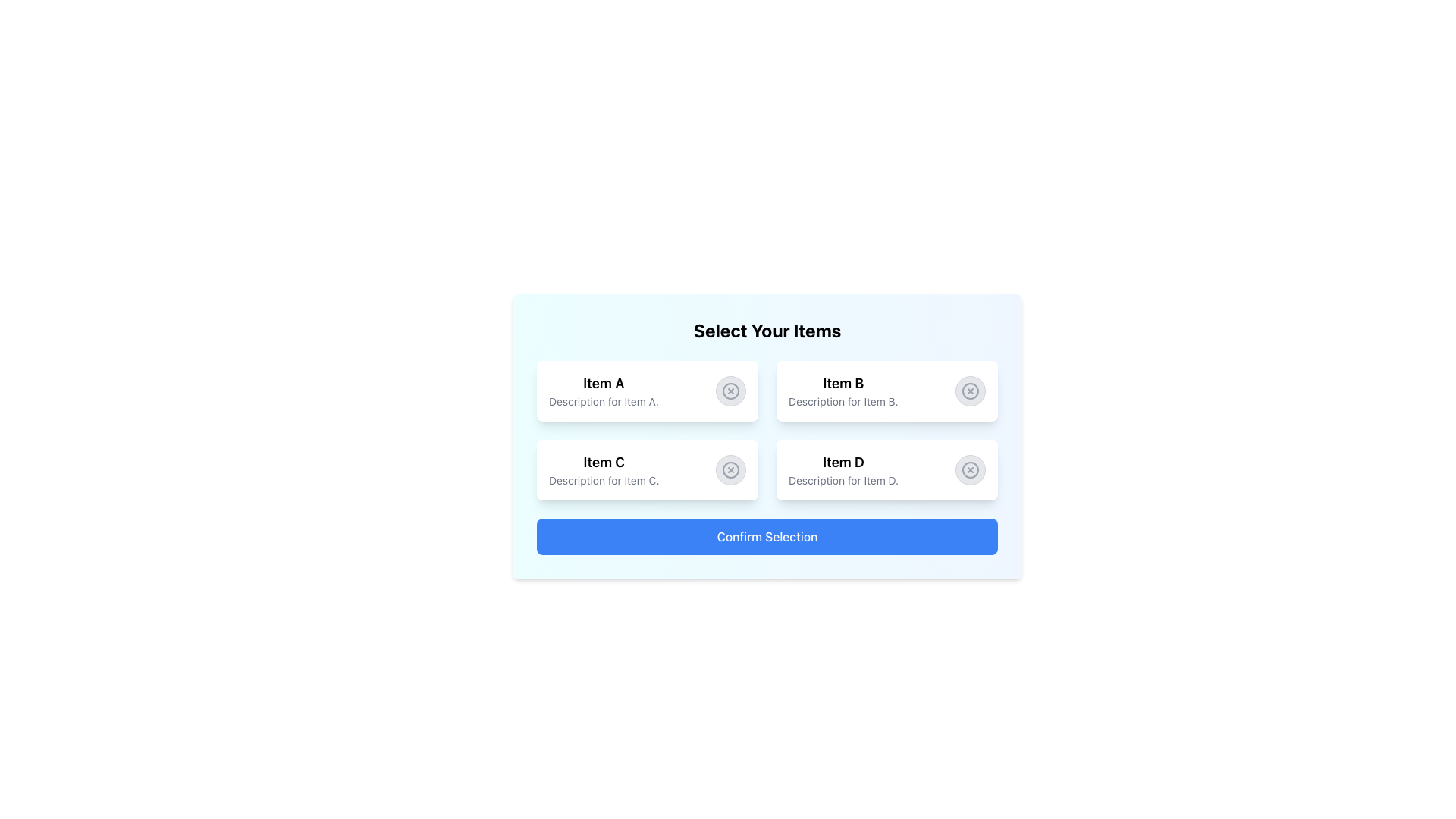 This screenshot has height=819, width=1456. What do you see at coordinates (843, 480) in the screenshot?
I see `text label displaying 'Description for Item D.', which is styled in a smaller font size with a gray color and located below the header 'Item D' in a grid layout` at bounding box center [843, 480].